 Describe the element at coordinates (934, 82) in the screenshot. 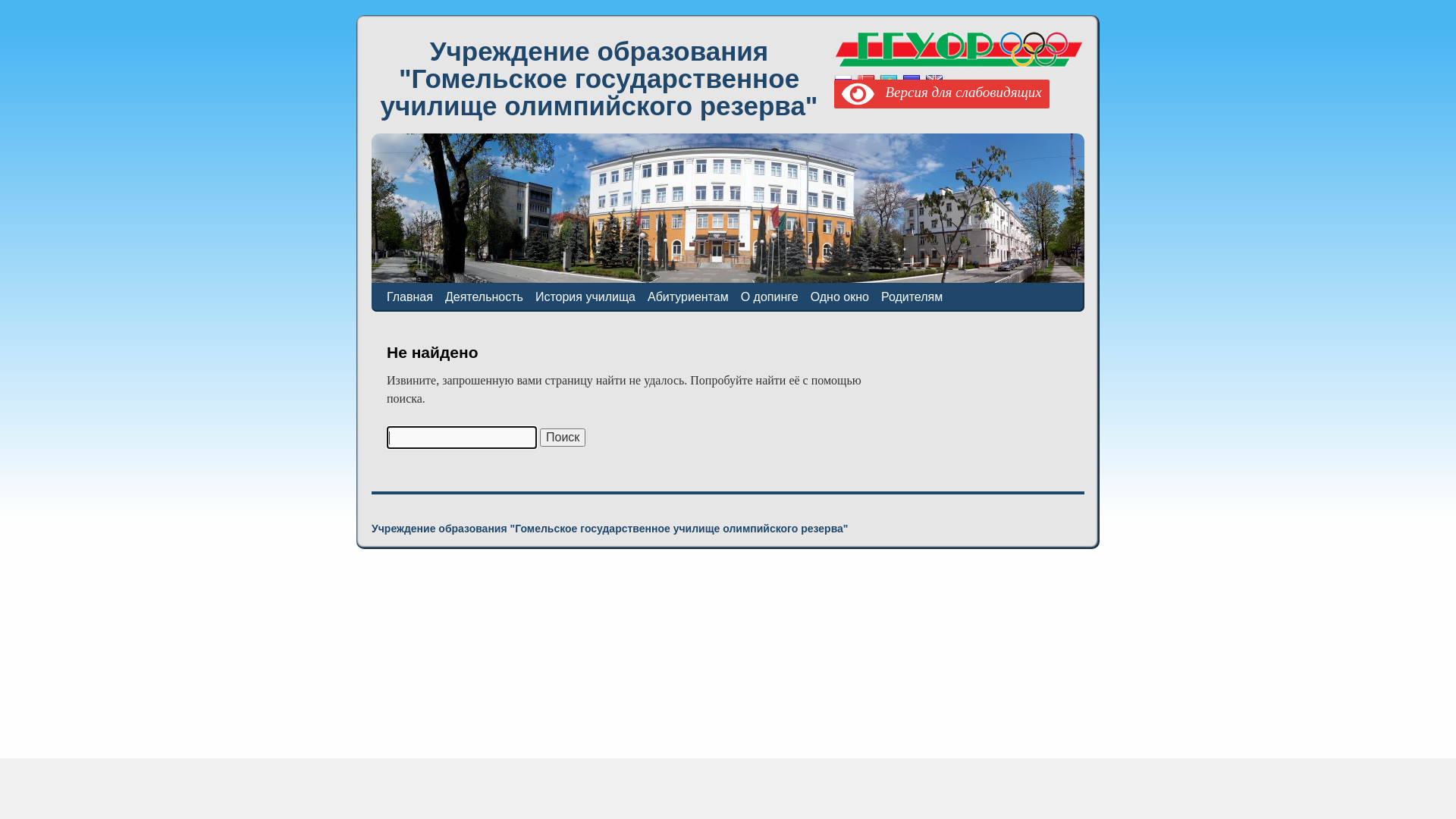

I see `'English'` at that location.